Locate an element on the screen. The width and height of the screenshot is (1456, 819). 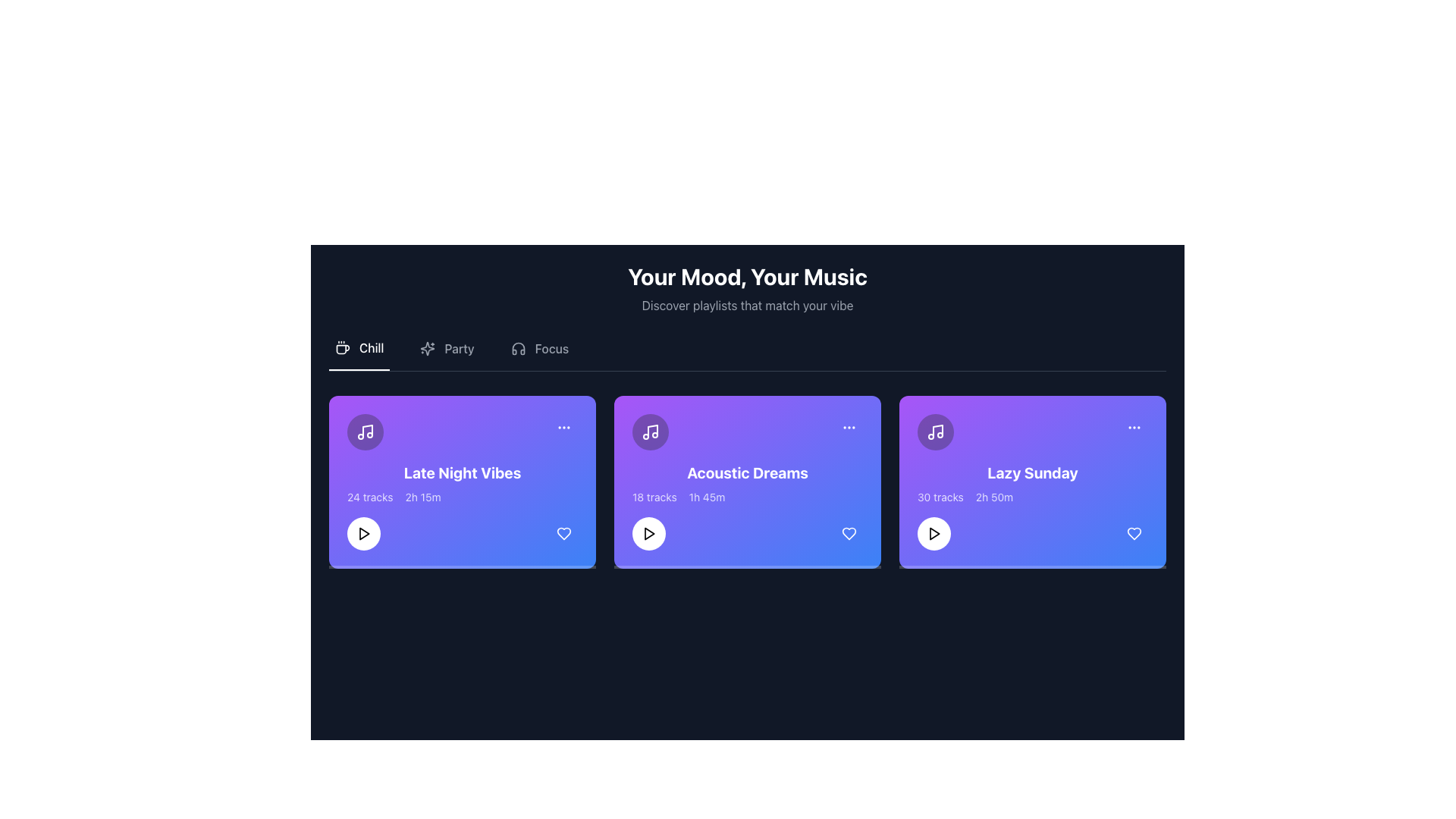
the horizontal decorative divider line located at the bottom of the 'Acoustic Dreams' card in the second position of the playlist cards row is located at coordinates (747, 567).